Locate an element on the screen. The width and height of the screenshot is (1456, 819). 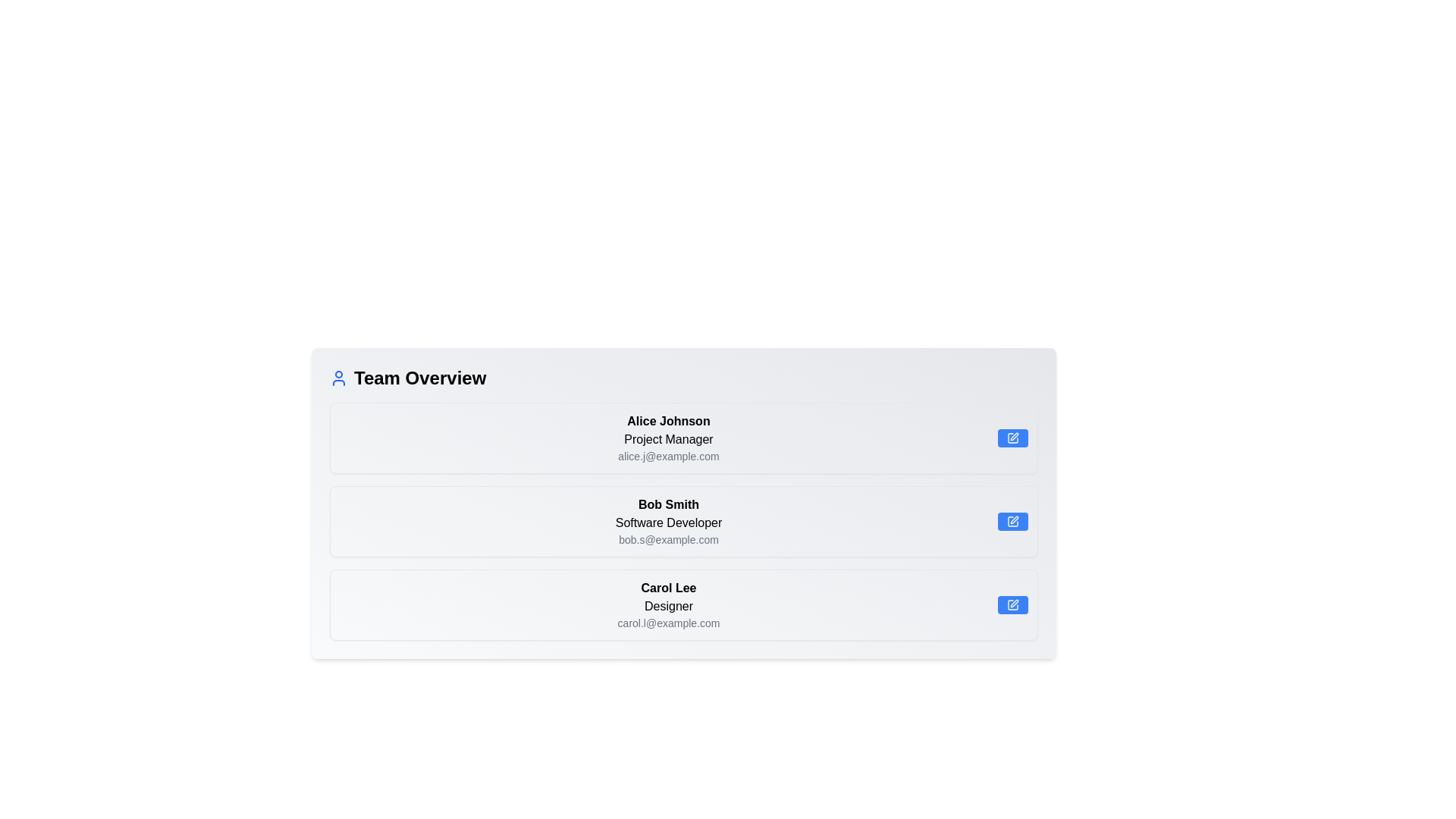
the blue rectangular button with a pen icon in the top-right corner of Alice Johnson's details card is located at coordinates (1012, 438).